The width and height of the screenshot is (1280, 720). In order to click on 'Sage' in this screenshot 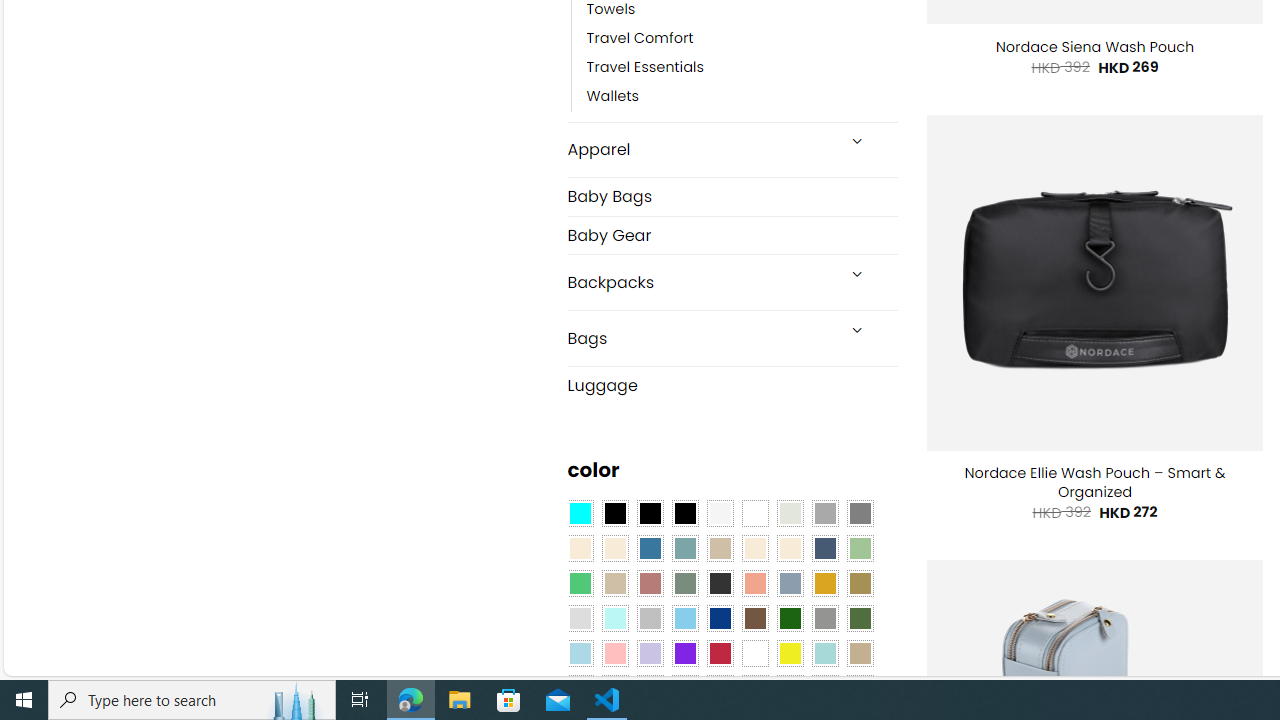, I will do `click(684, 583)`.